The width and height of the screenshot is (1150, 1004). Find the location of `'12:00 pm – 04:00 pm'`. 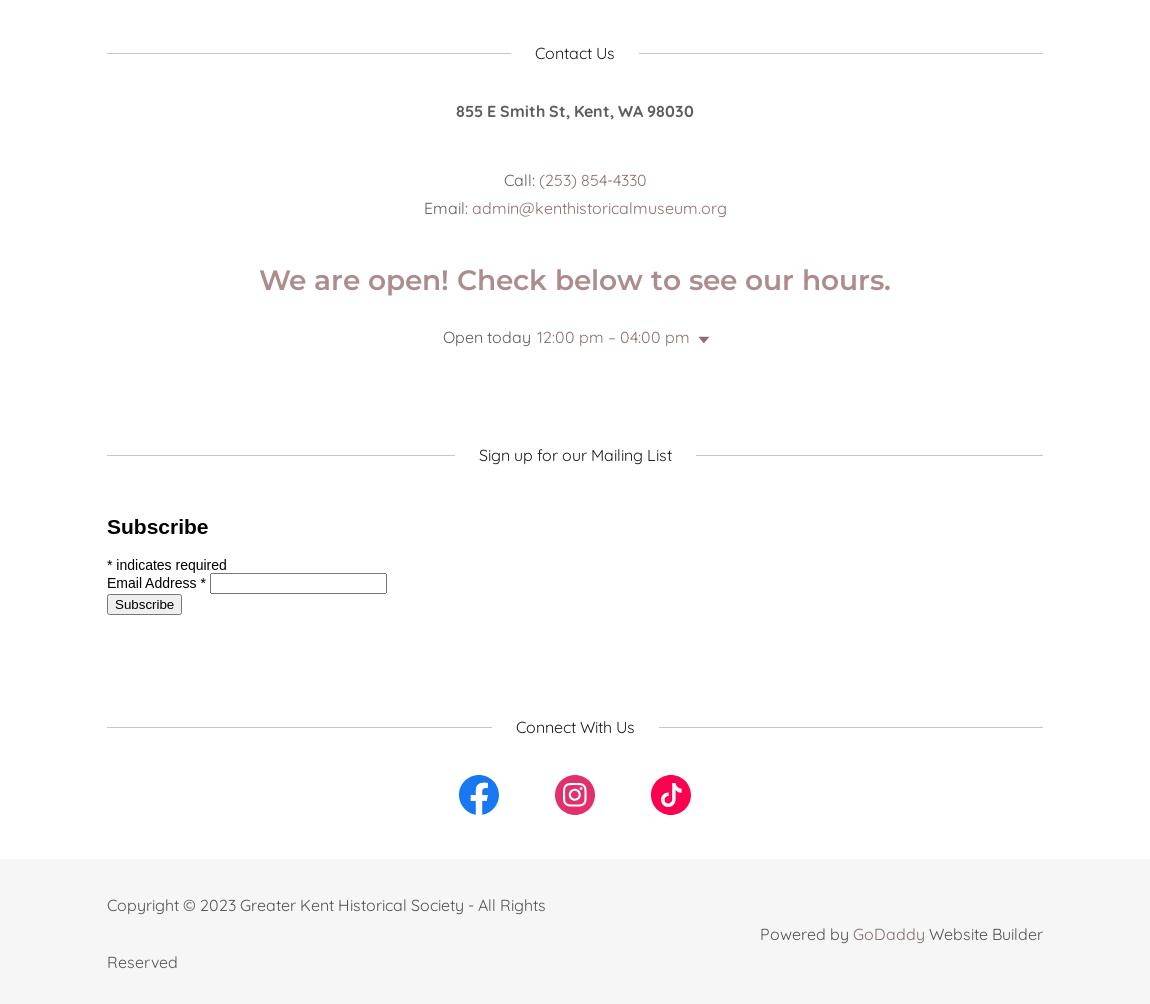

'12:00 pm – 04:00 pm' is located at coordinates (611, 337).